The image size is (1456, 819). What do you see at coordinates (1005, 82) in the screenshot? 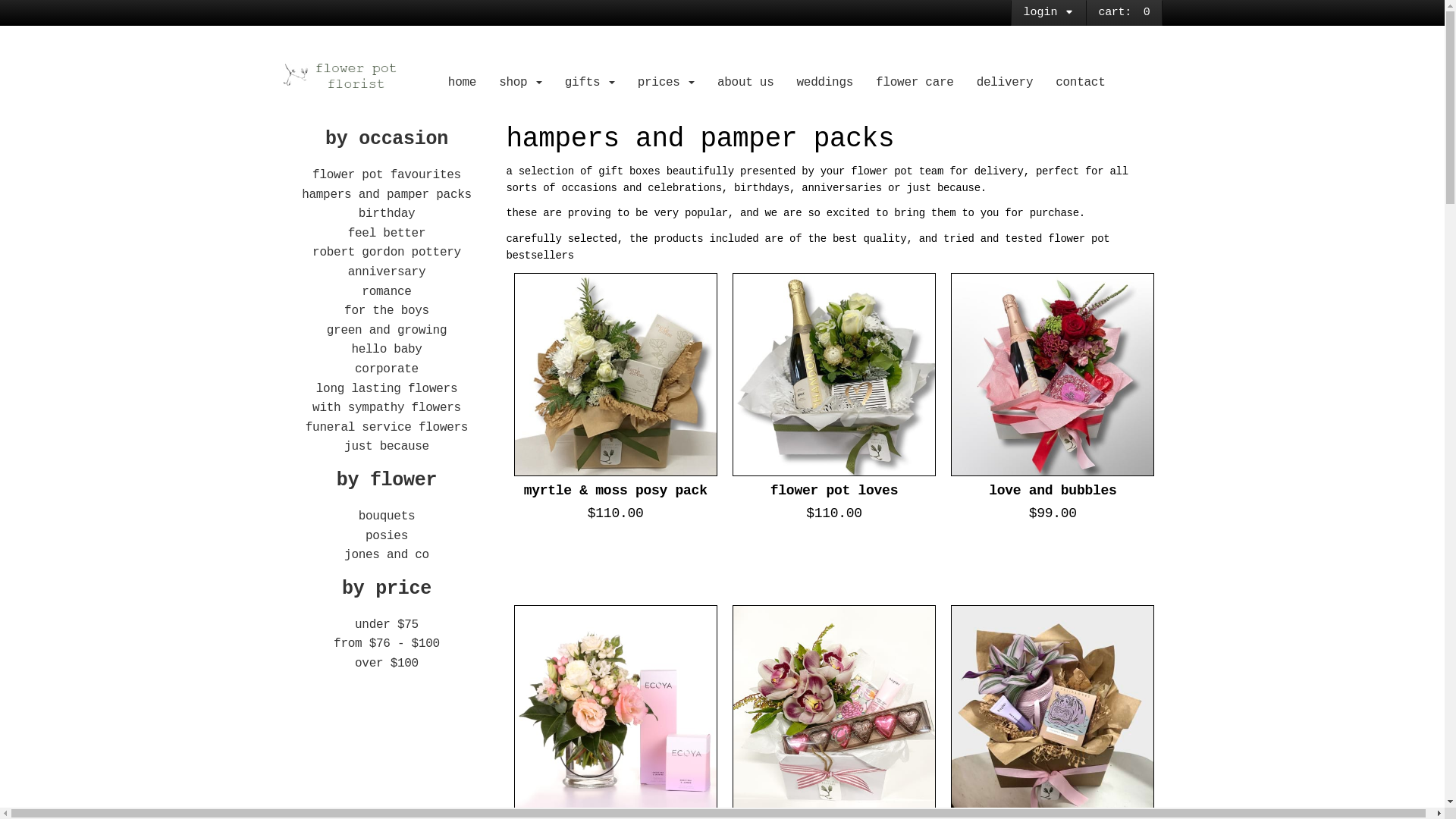
I see `'delivery'` at bounding box center [1005, 82].